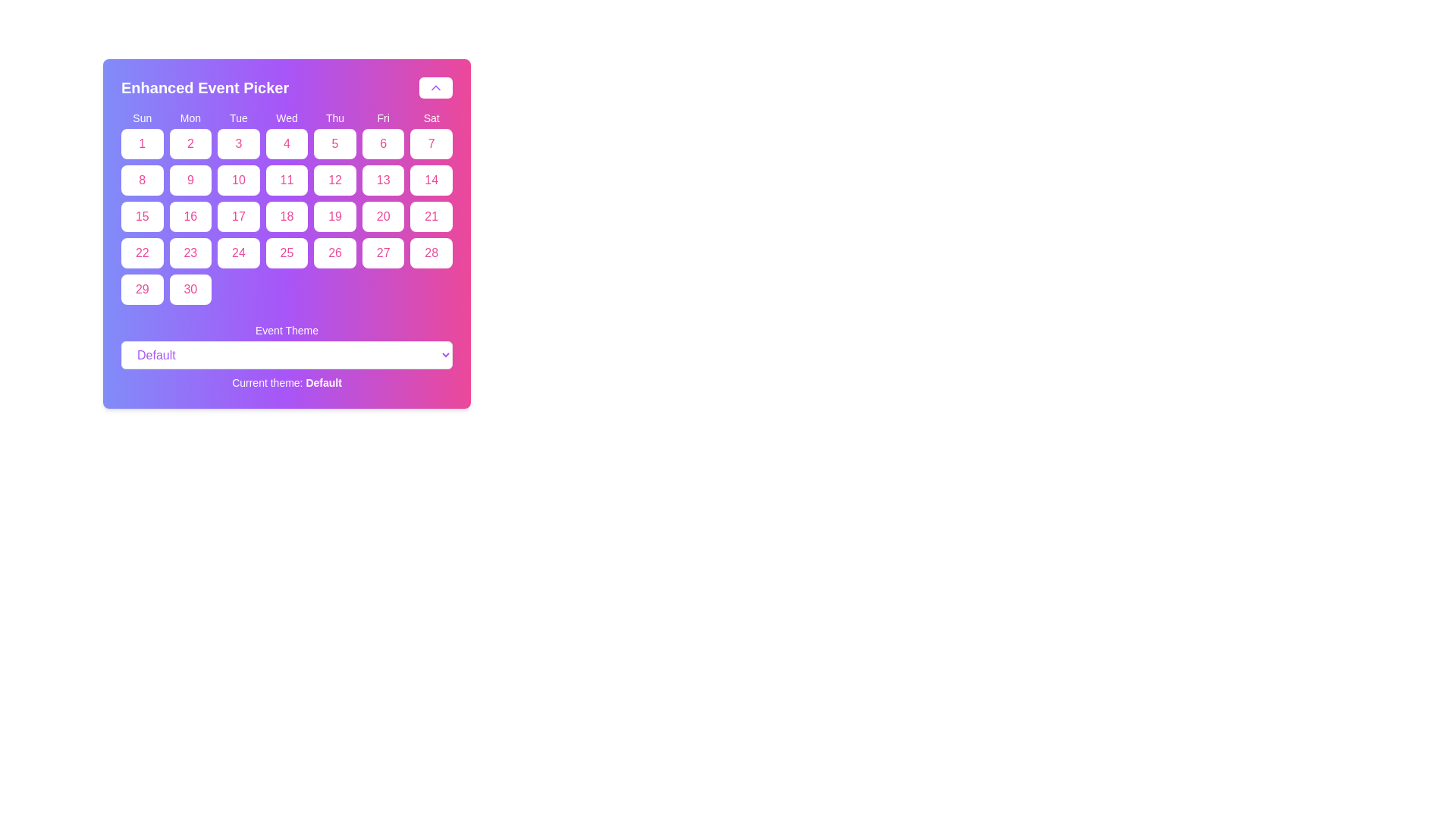 The width and height of the screenshot is (1456, 819). I want to click on the button labeled '27' which is the last button in the grid of a calendar interface, styled with rounded corners and pink text, so click(383, 253).